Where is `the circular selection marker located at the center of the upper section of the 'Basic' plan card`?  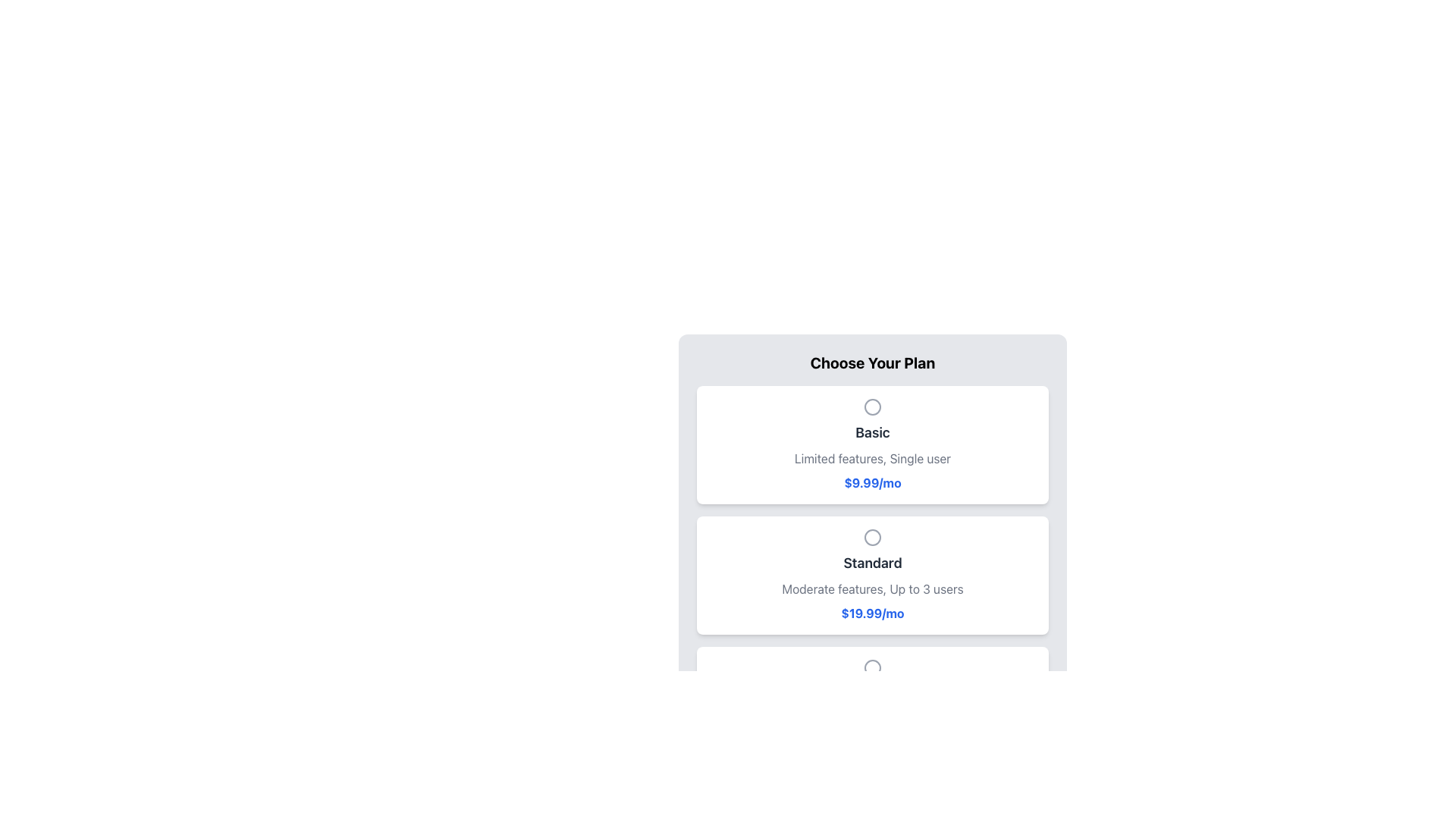
the circular selection marker located at the center of the upper section of the 'Basic' plan card is located at coordinates (873, 406).